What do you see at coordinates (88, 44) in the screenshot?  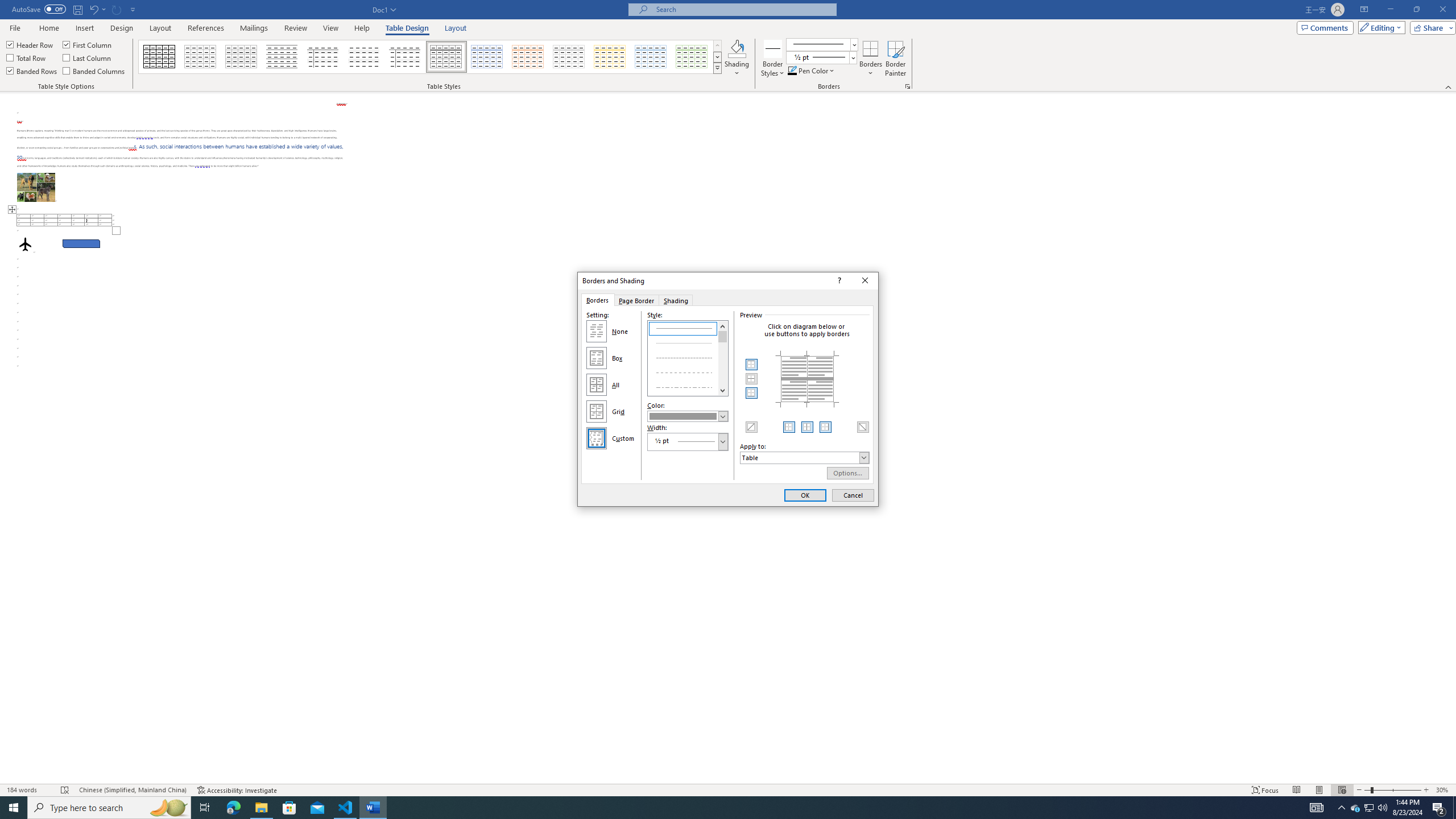 I see `'First Column'` at bounding box center [88, 44].